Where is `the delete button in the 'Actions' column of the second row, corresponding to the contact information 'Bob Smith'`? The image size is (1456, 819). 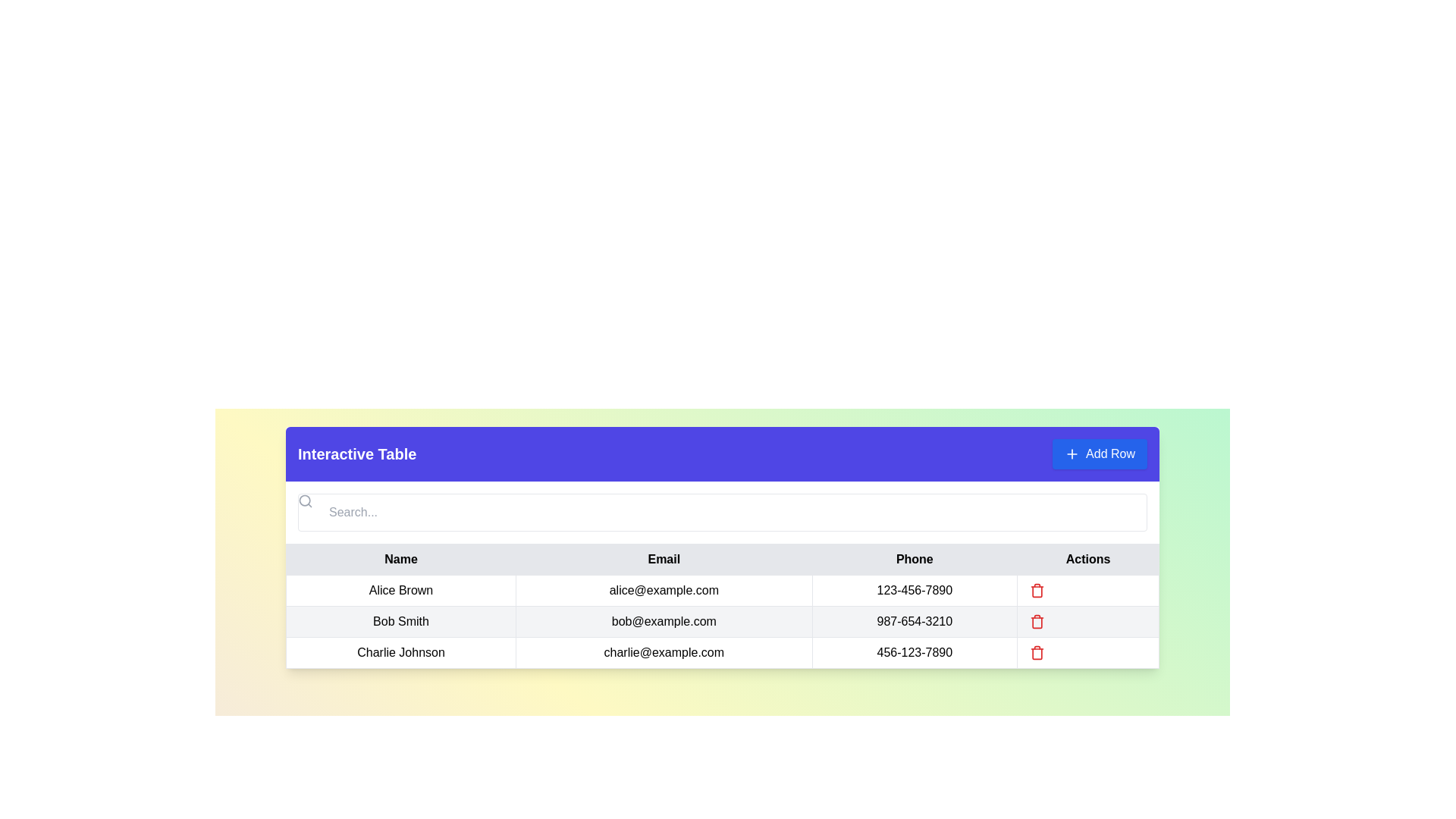 the delete button in the 'Actions' column of the second row, corresponding to the contact information 'Bob Smith' is located at coordinates (1037, 622).